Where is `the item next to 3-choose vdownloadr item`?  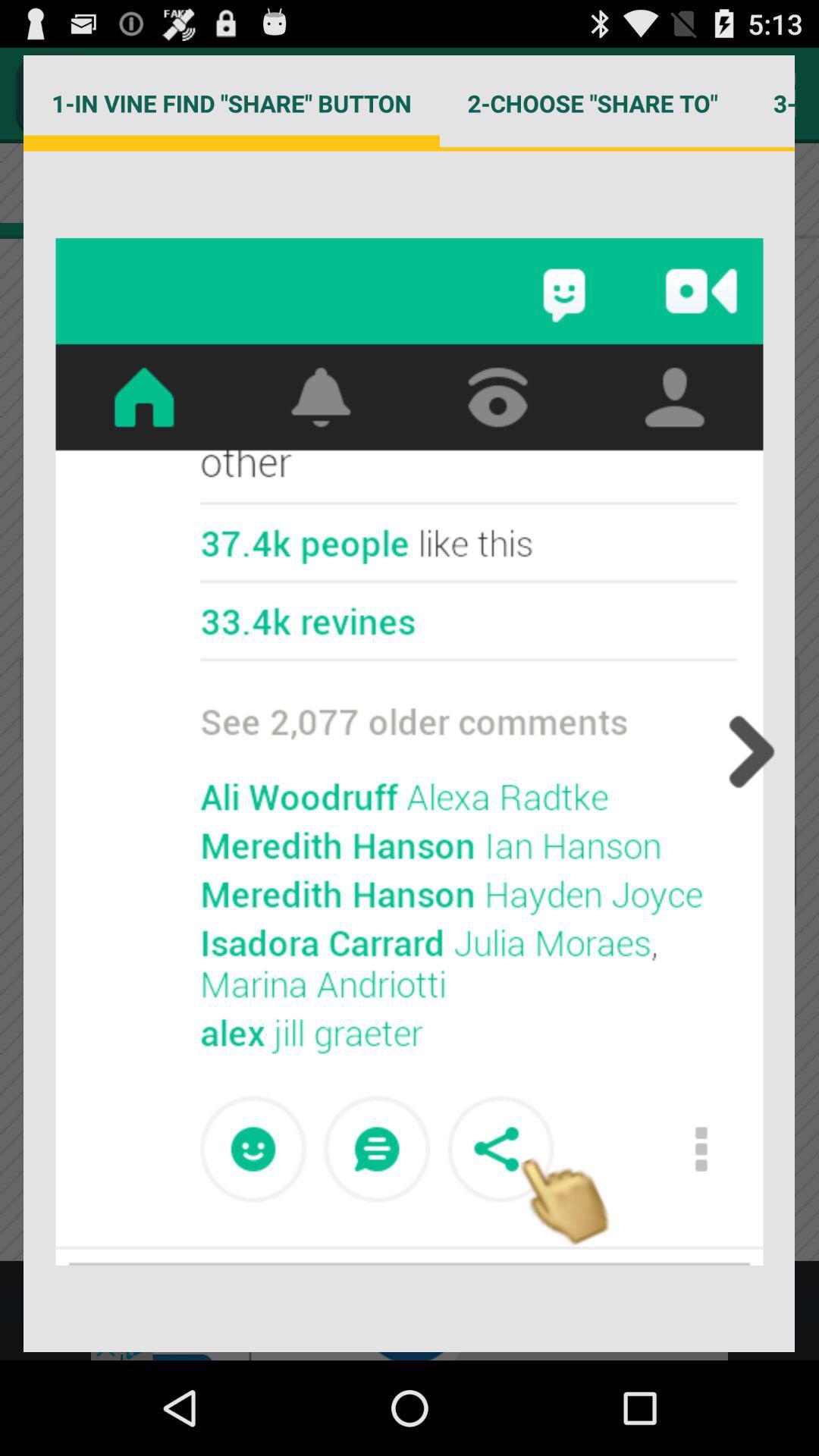
the item next to 3-choose vdownloadr item is located at coordinates (591, 102).